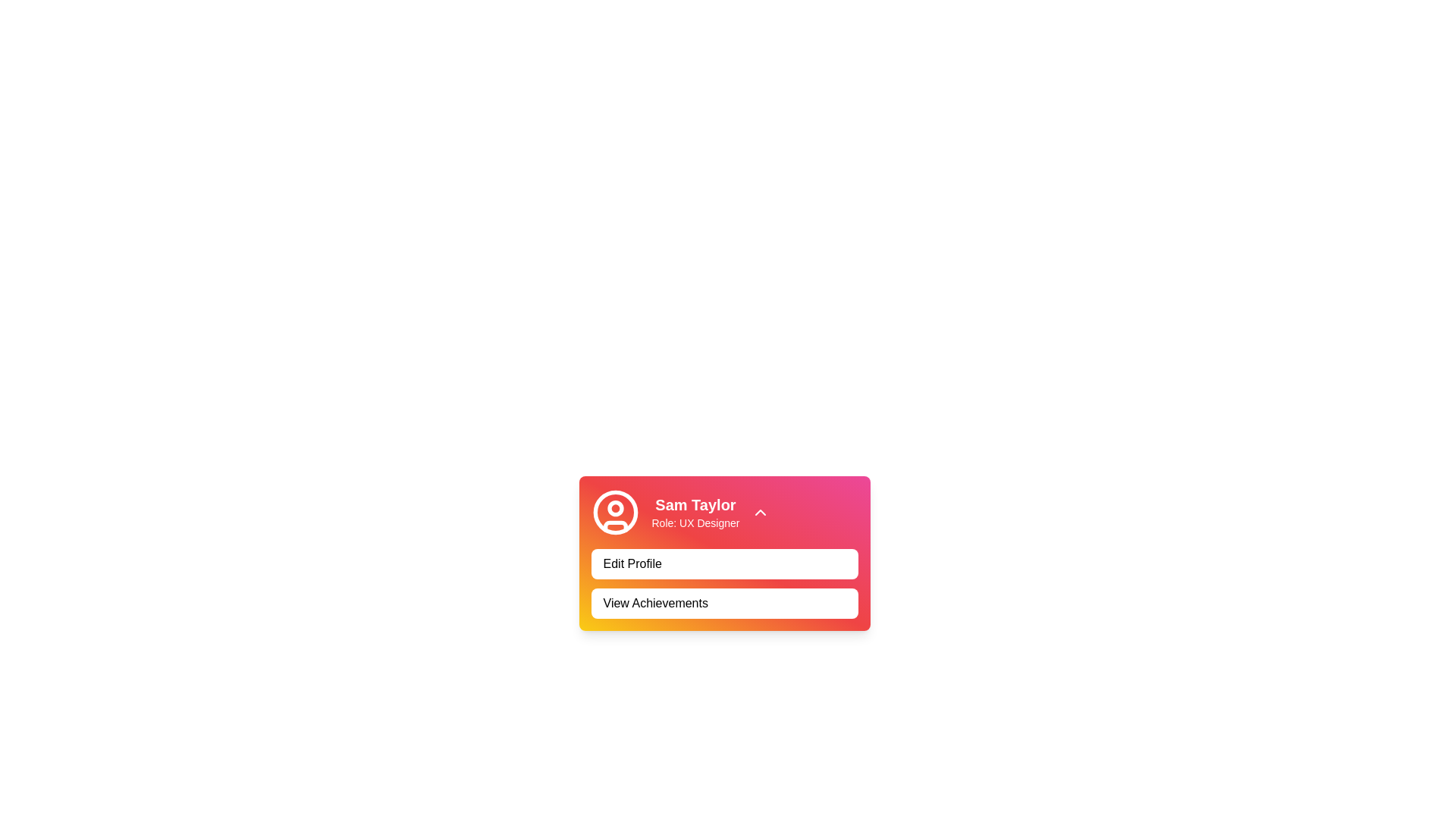 Image resolution: width=1456 pixels, height=819 pixels. I want to click on the curved line representing part of the user profile icon, which is located at the bottom area of the circular user icon within the profile card, so click(615, 526).